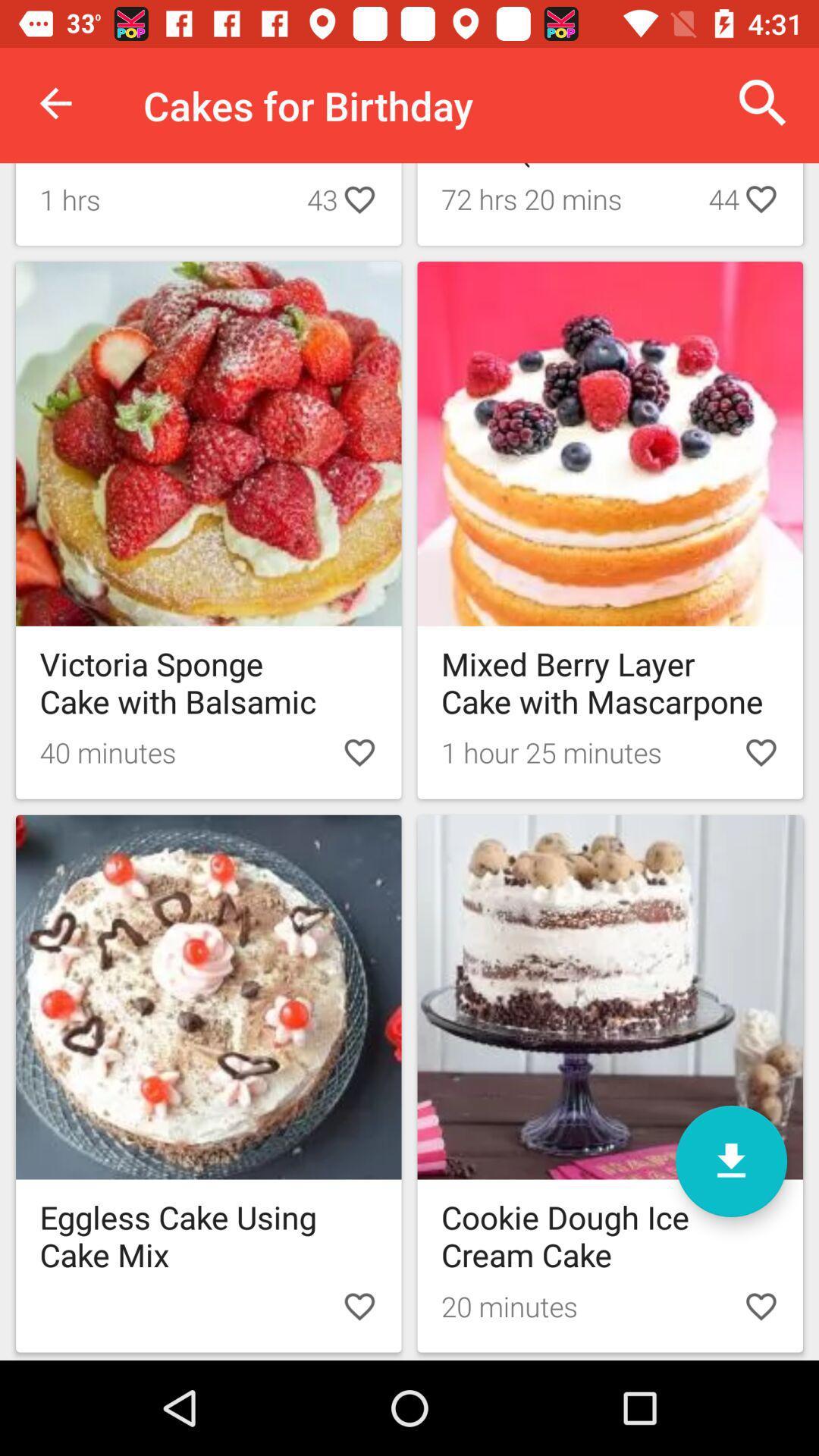 This screenshot has width=819, height=1456. I want to click on item to the left of the cakes for birthday item, so click(55, 102).